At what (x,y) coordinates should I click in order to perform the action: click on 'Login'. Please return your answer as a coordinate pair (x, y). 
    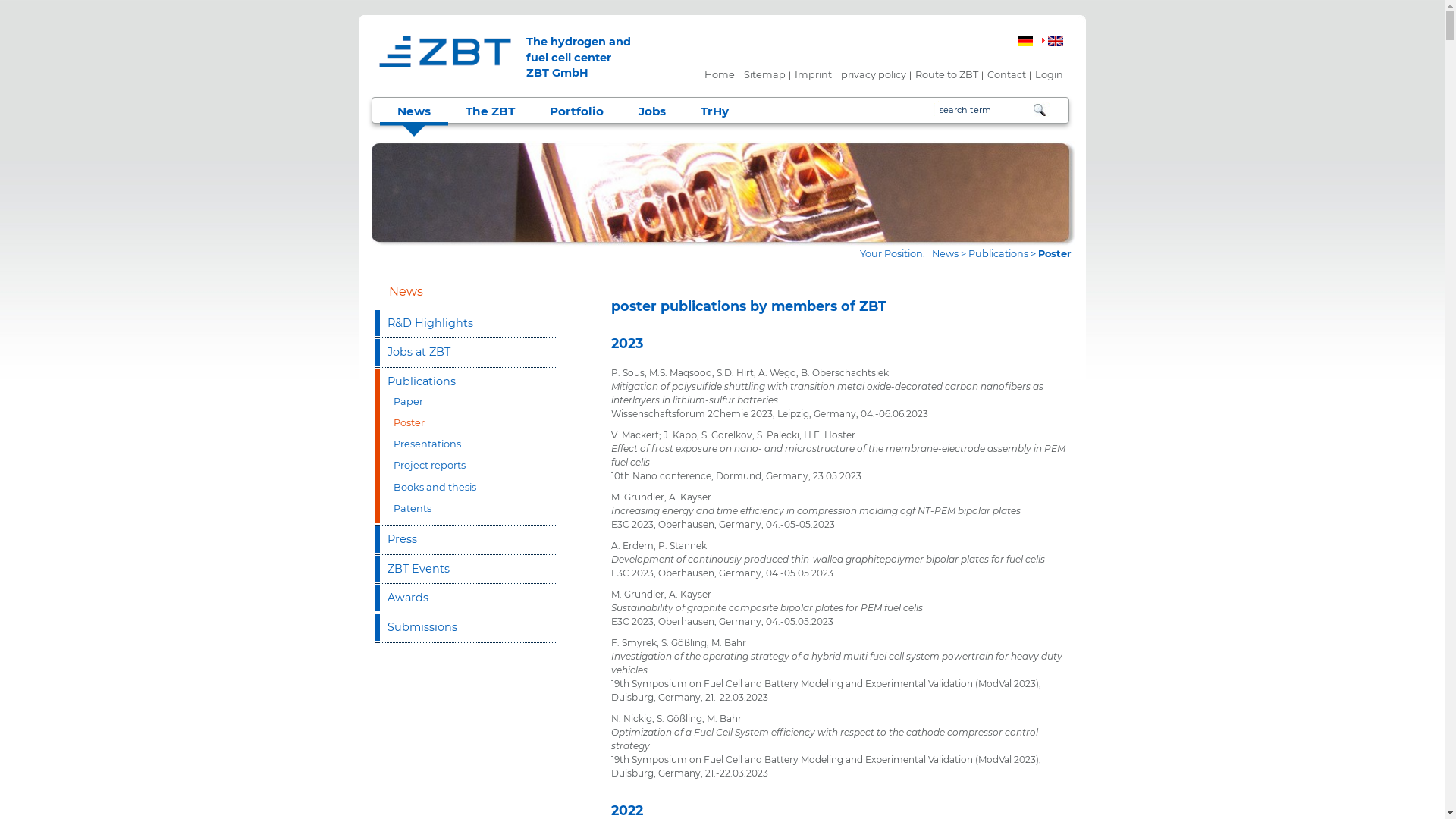
    Looking at the image, I should click on (1048, 75).